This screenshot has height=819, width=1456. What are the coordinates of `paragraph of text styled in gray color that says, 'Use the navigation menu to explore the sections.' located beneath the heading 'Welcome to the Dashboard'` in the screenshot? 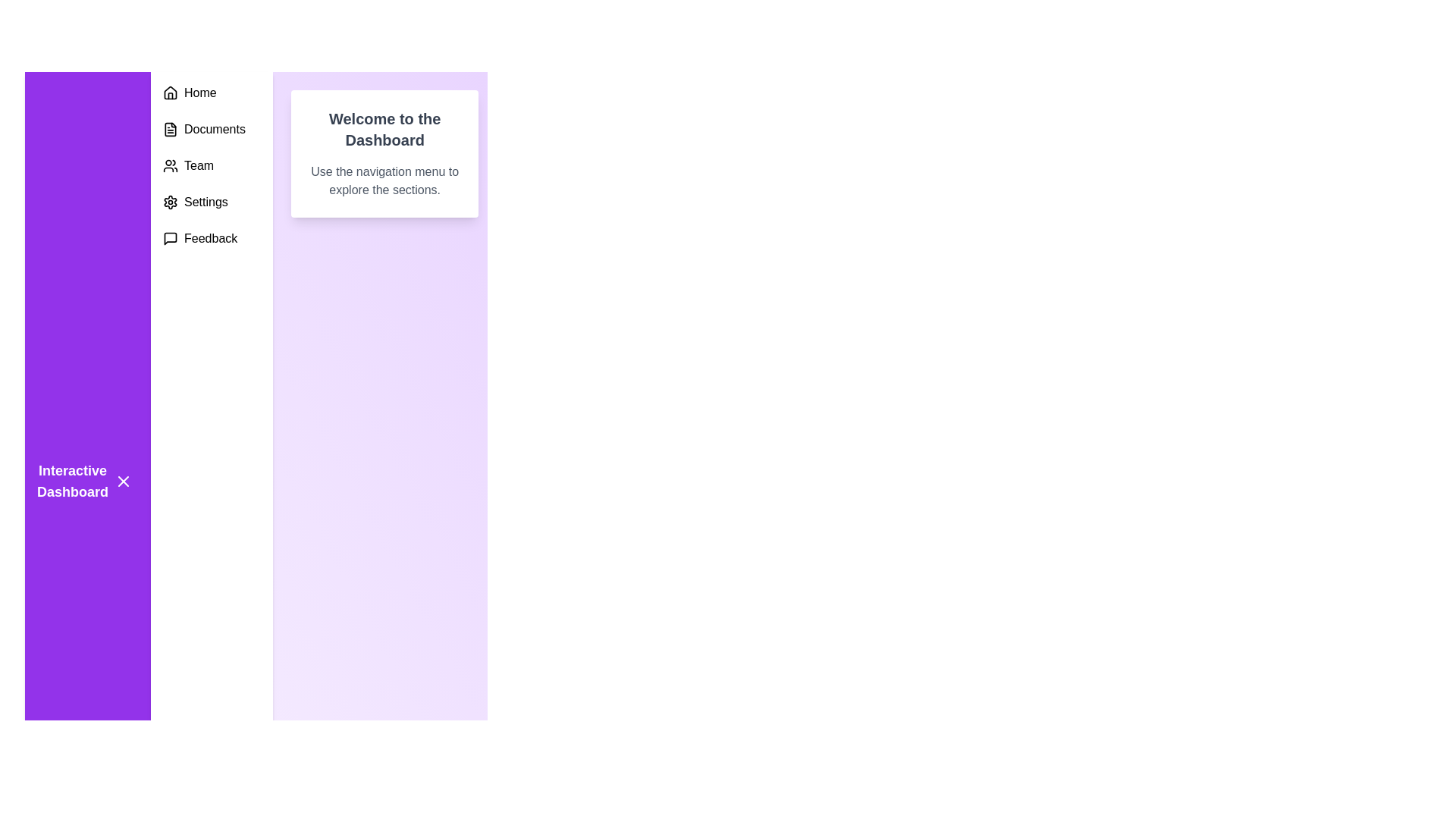 It's located at (384, 180).